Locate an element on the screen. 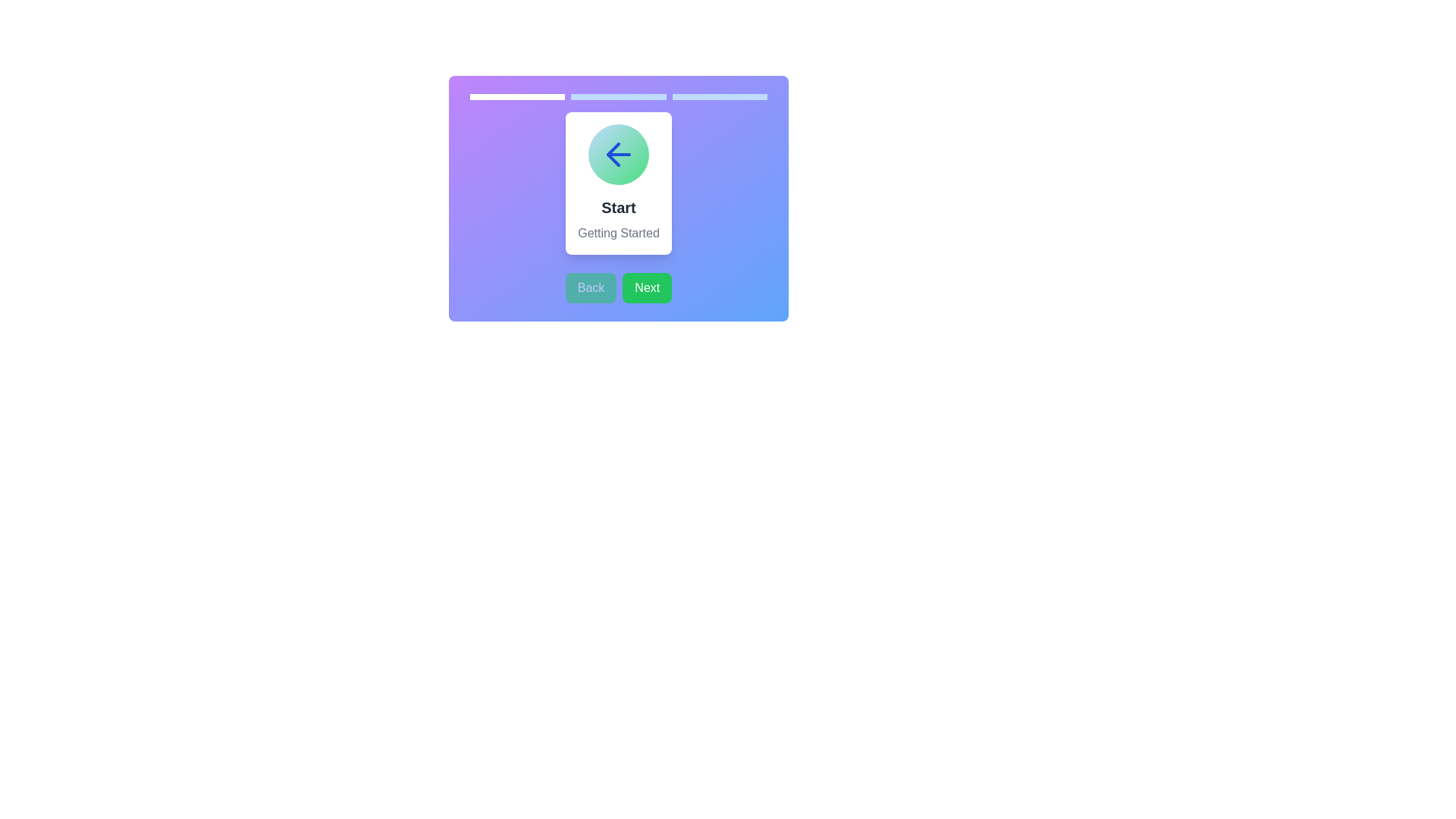 The image size is (1456, 819). the graphical icon of the current step to inspect it is located at coordinates (619, 155).